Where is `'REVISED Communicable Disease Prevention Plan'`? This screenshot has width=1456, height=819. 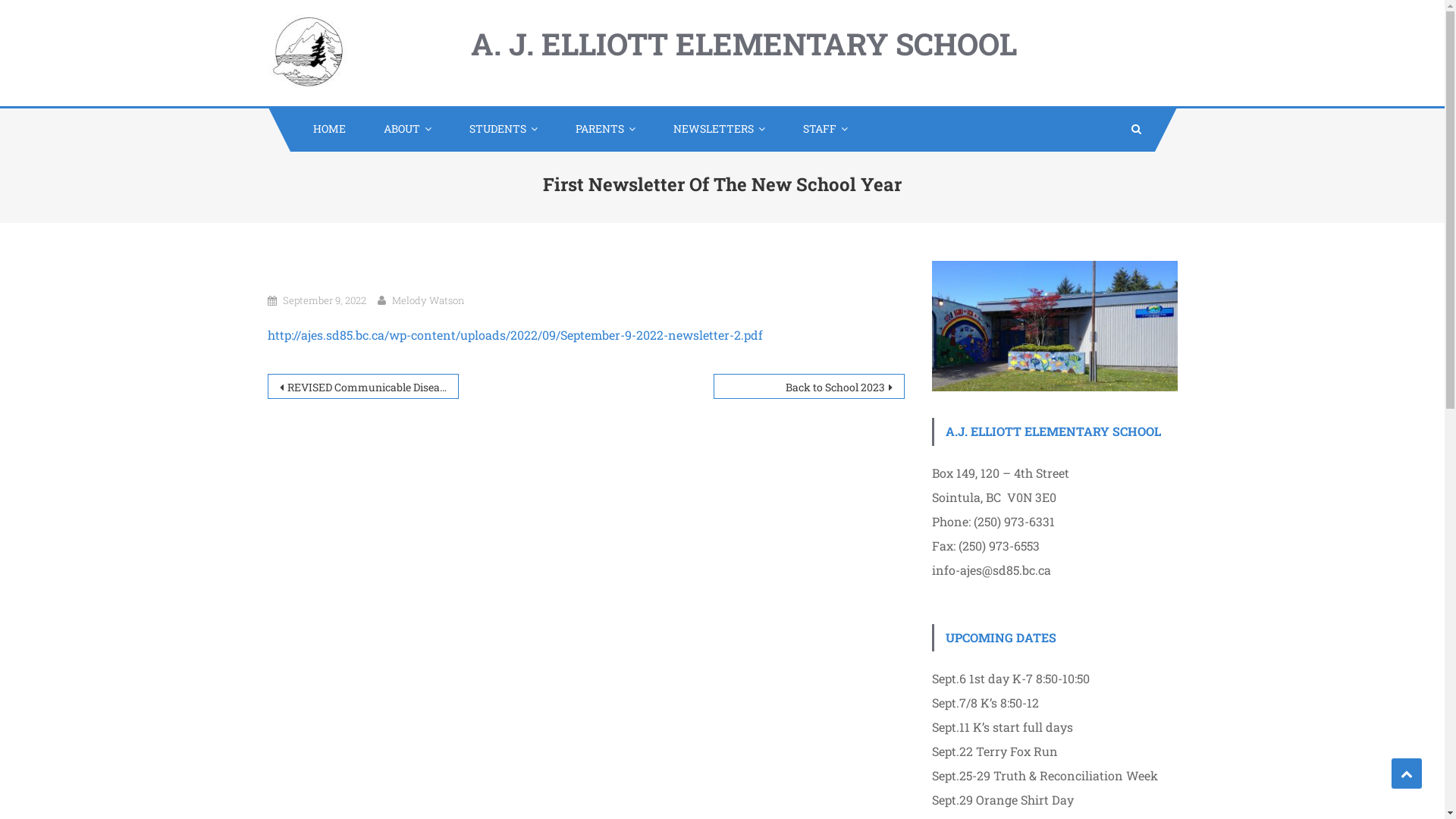 'REVISED Communicable Disease Prevention Plan' is located at coordinates (266, 385).